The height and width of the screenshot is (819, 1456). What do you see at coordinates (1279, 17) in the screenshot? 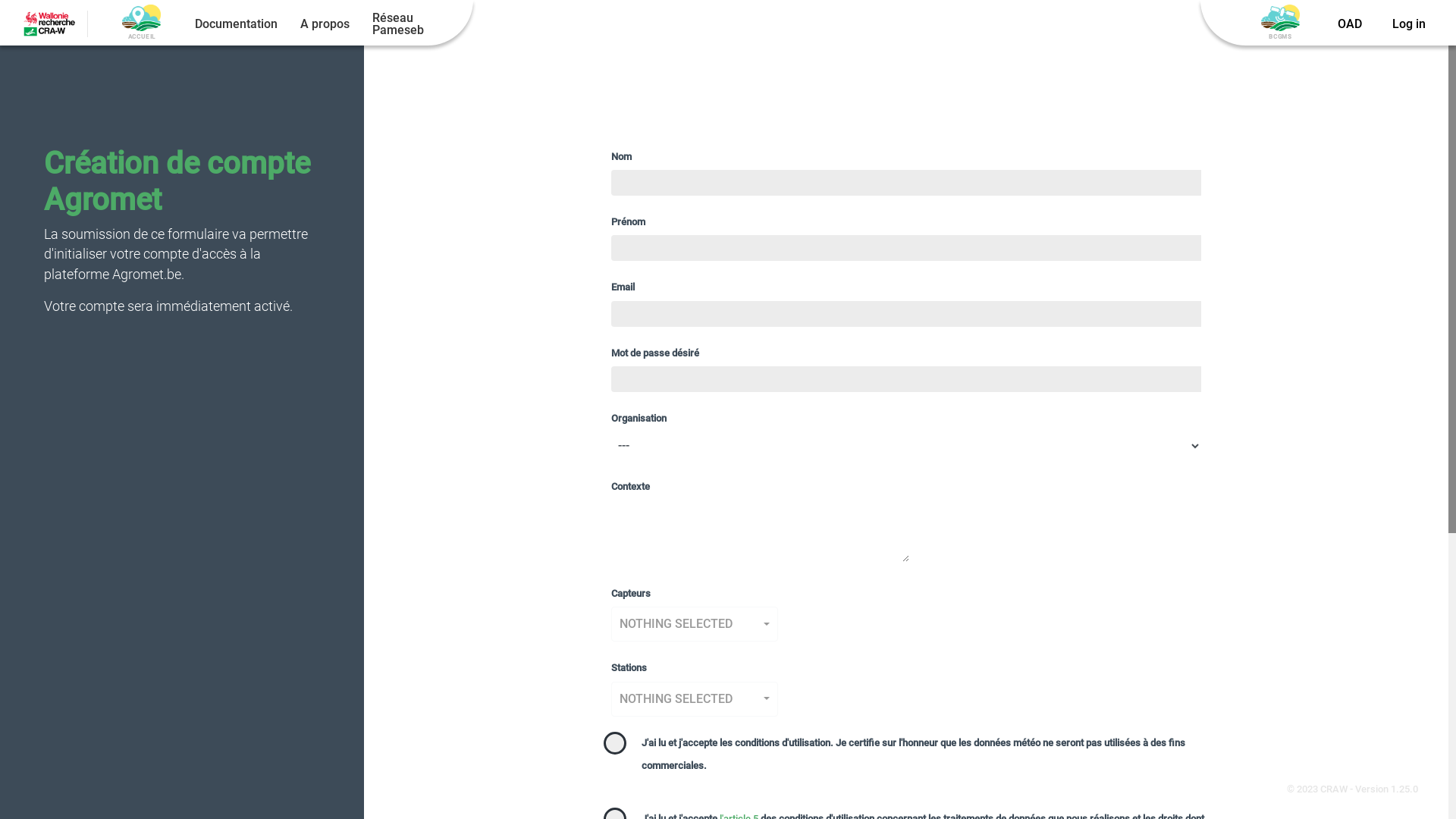
I see `'B-CGMS'` at bounding box center [1279, 17].